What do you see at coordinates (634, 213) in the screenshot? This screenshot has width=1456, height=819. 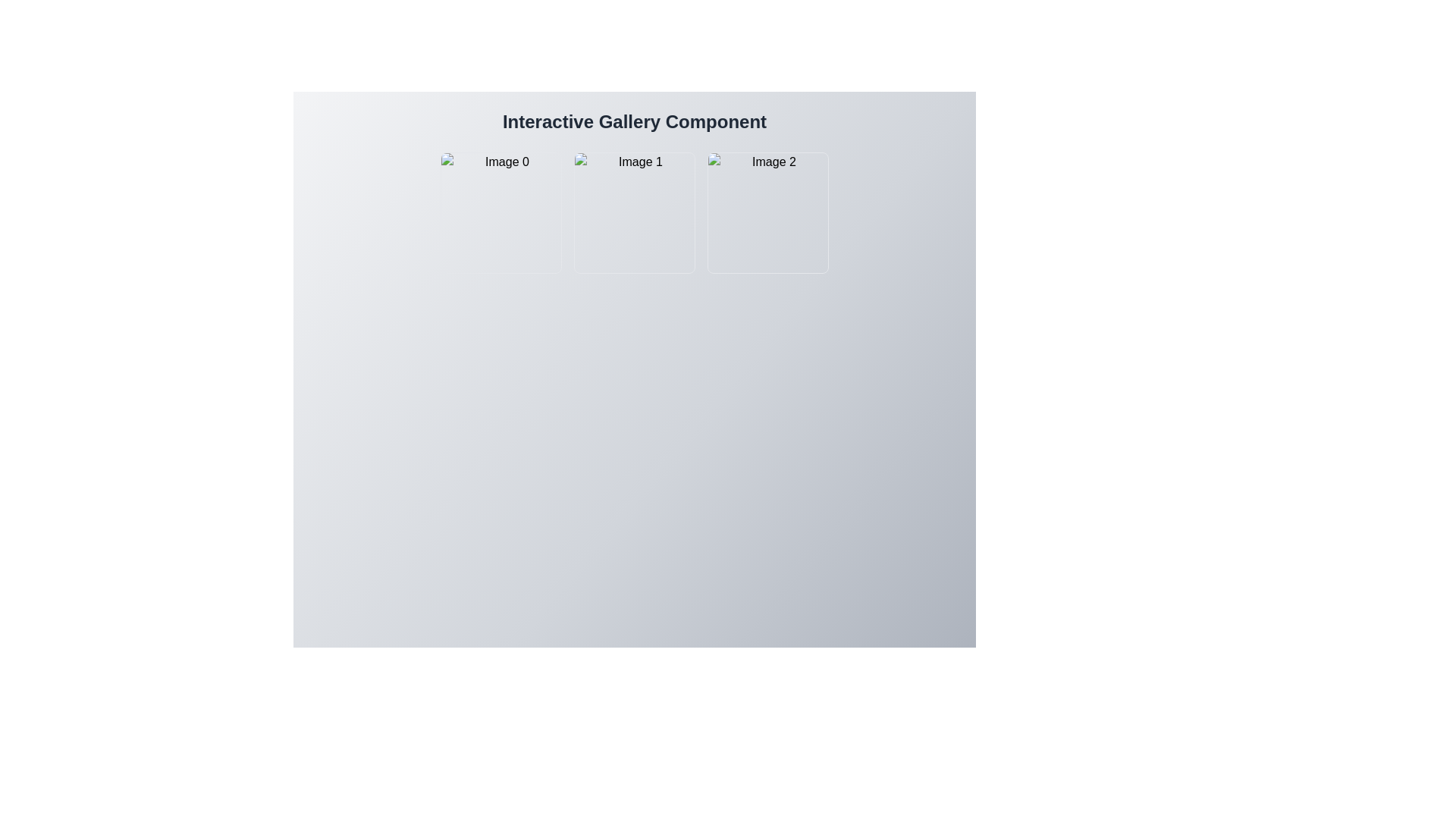 I see `the interactive thumbnail image labeled 'Image 1'` at bounding box center [634, 213].